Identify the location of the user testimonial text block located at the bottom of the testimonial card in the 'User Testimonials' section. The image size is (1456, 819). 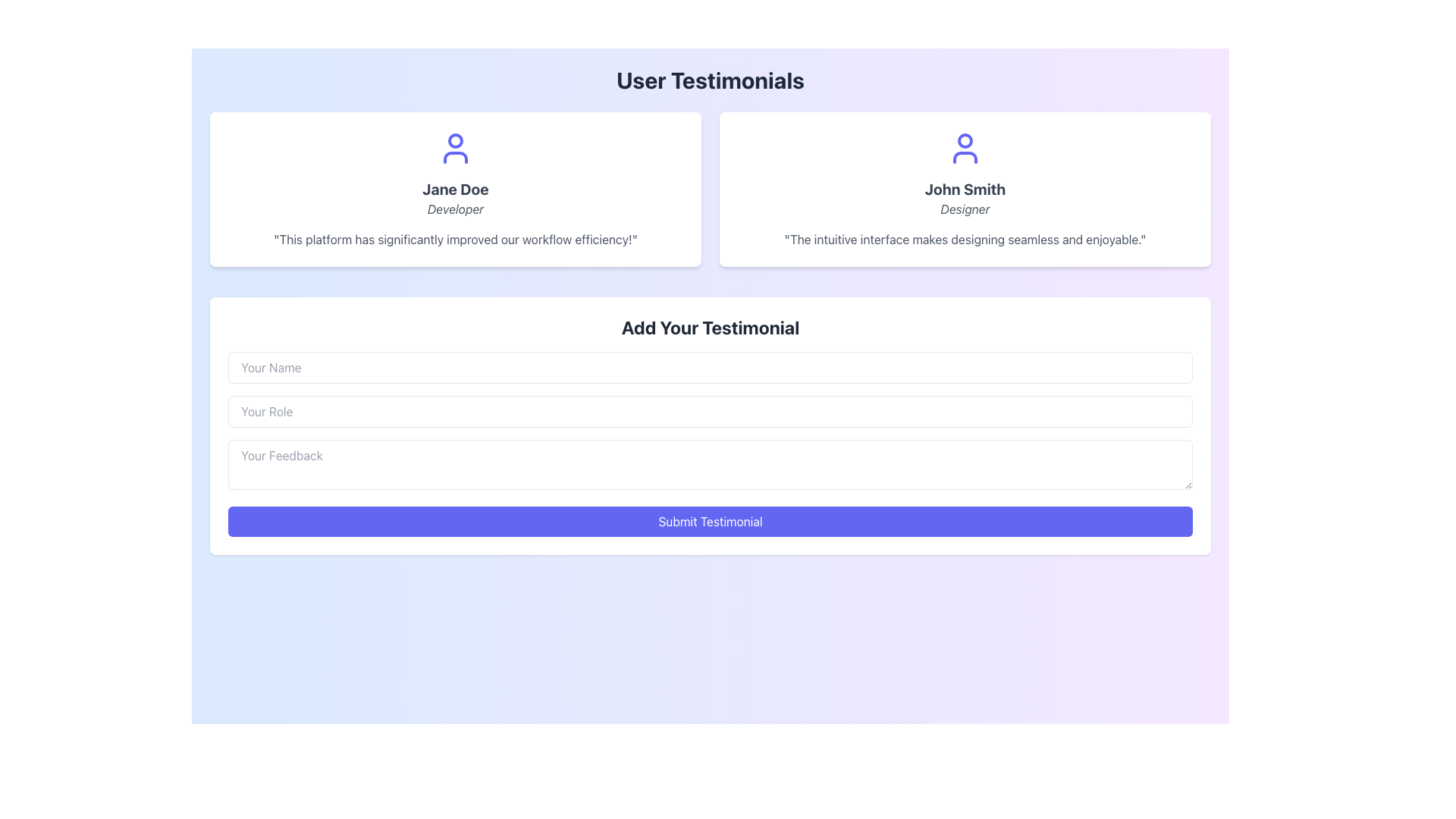
(964, 239).